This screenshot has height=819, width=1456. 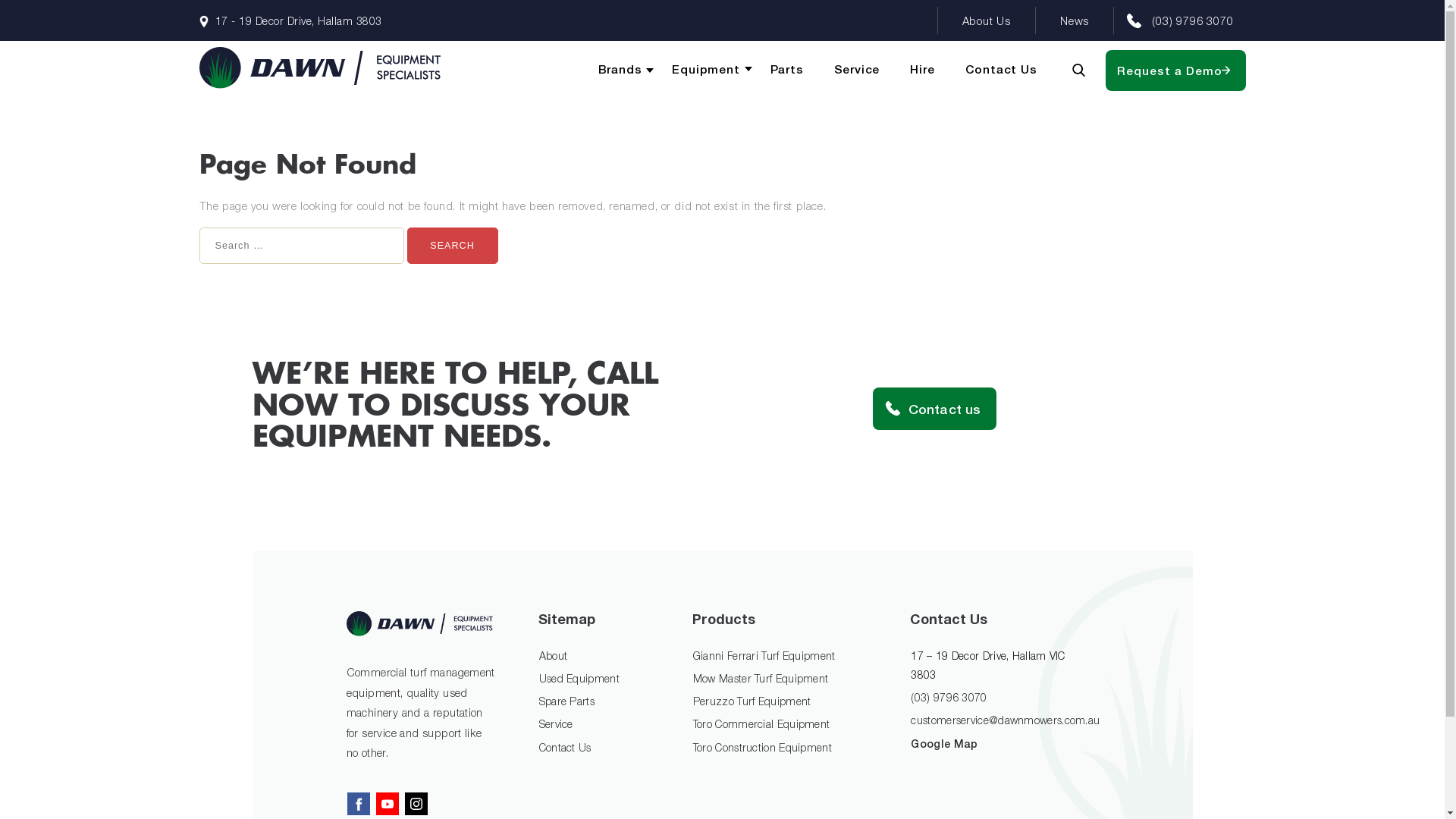 I want to click on 'About', so click(x=538, y=654).